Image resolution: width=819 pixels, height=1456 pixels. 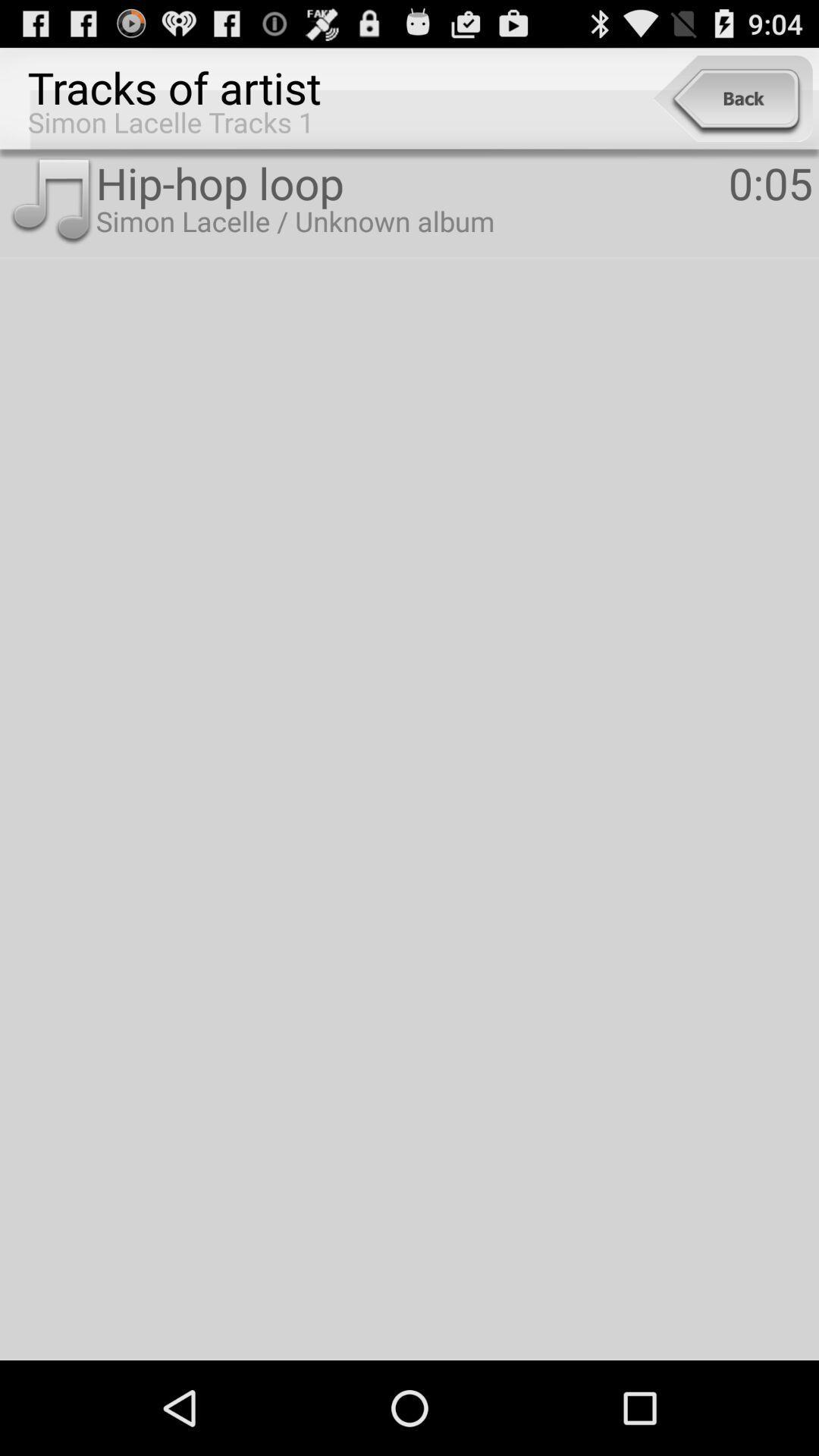 What do you see at coordinates (770, 182) in the screenshot?
I see `item next to hip-hop loop icon` at bounding box center [770, 182].